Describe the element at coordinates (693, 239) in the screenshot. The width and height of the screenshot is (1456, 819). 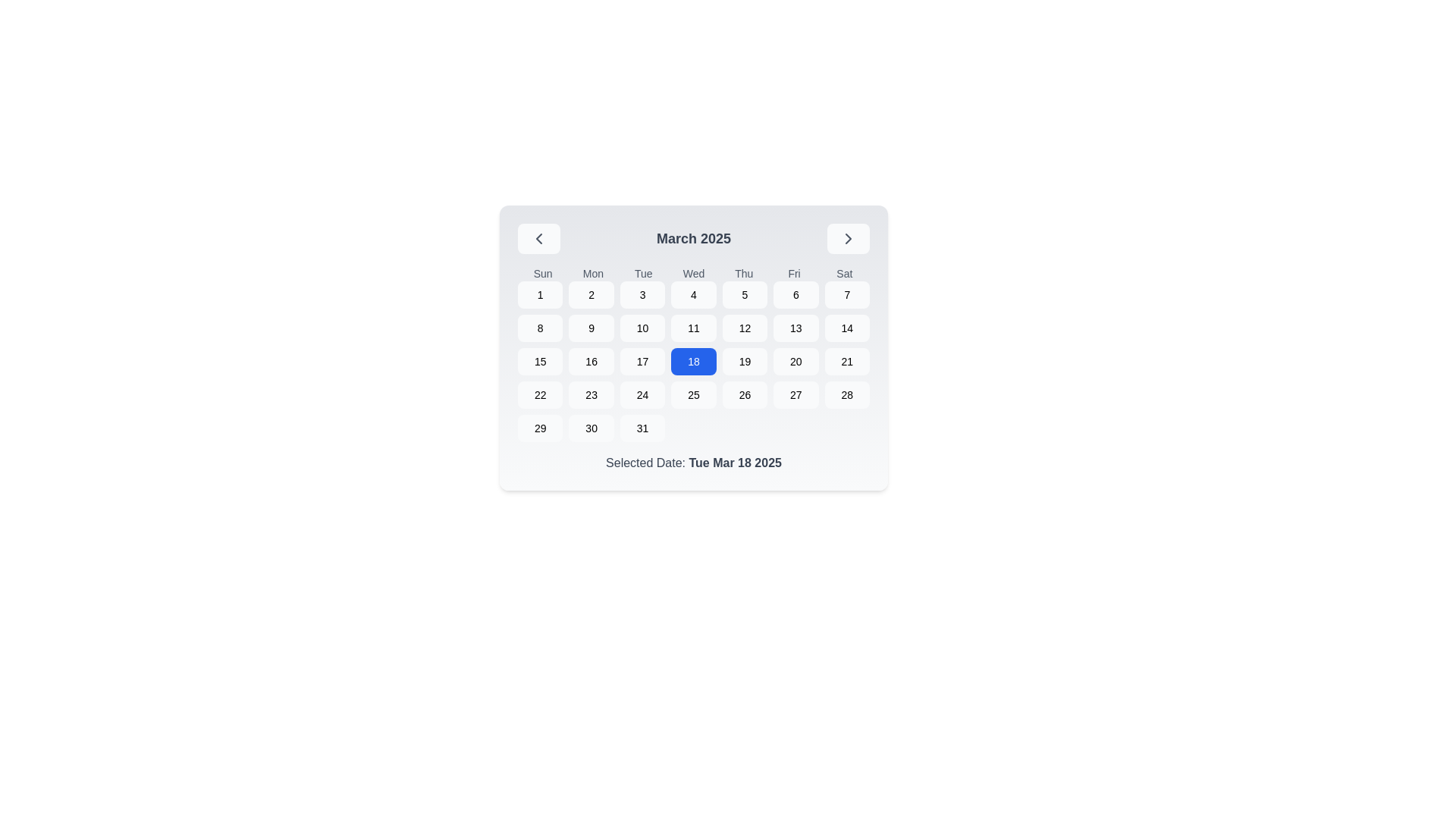
I see `the static text label displaying 'March 2025' at the top of the calendar interface to get the current month and year` at that location.